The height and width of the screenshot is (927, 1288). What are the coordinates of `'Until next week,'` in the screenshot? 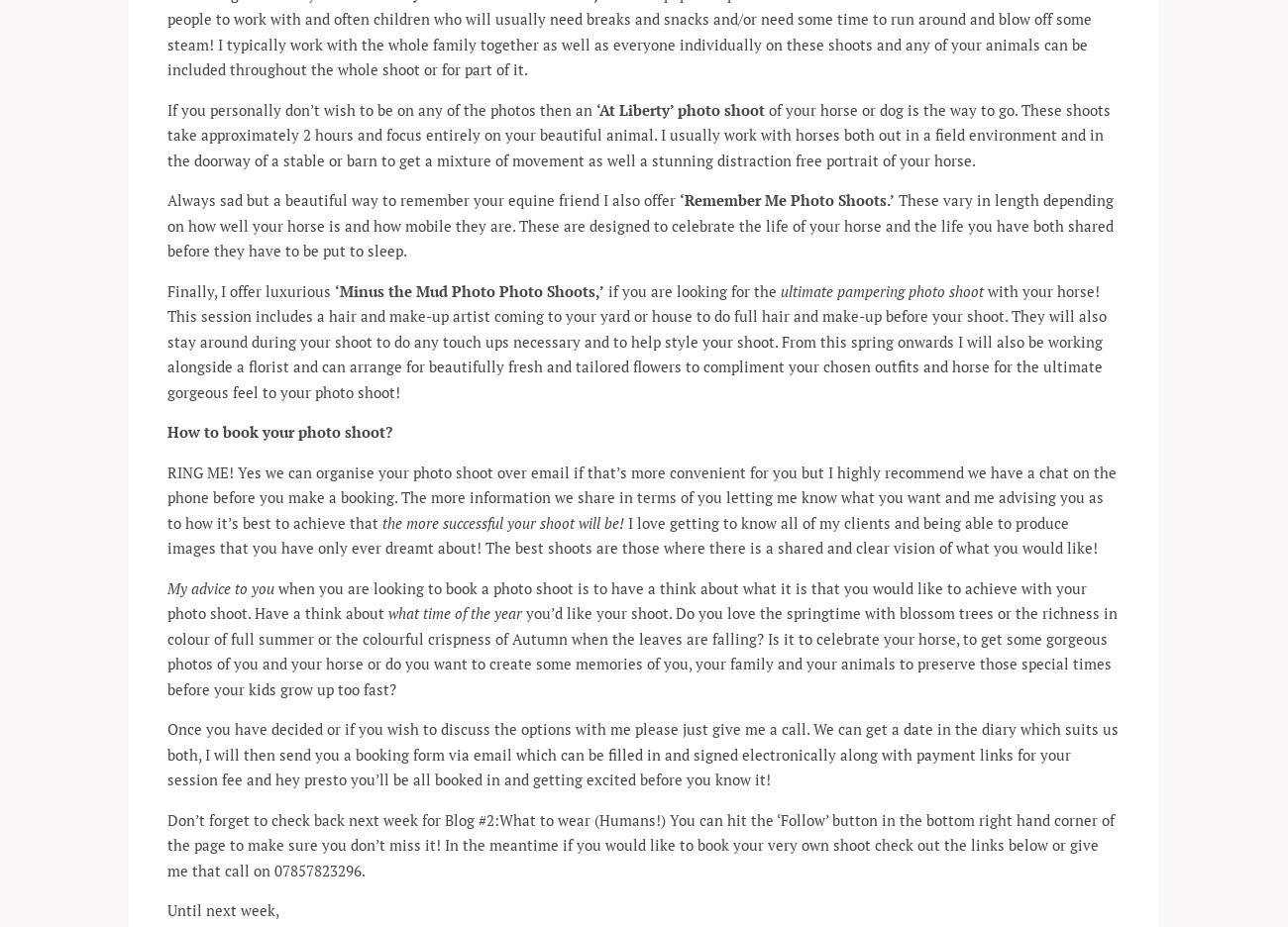 It's located at (222, 909).